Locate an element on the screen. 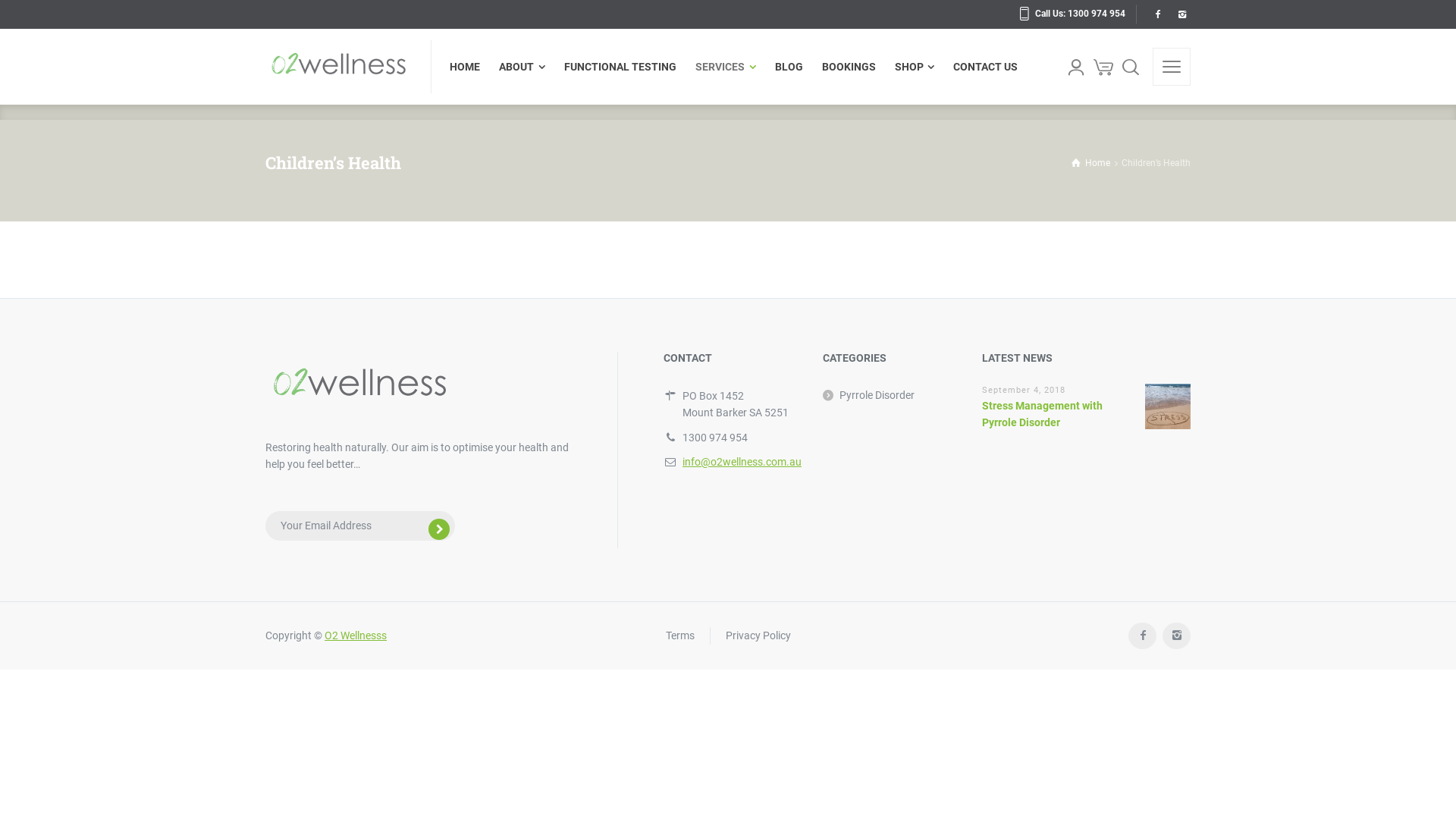 The image size is (1456, 819). 'CONTACT US' is located at coordinates (981, 66).